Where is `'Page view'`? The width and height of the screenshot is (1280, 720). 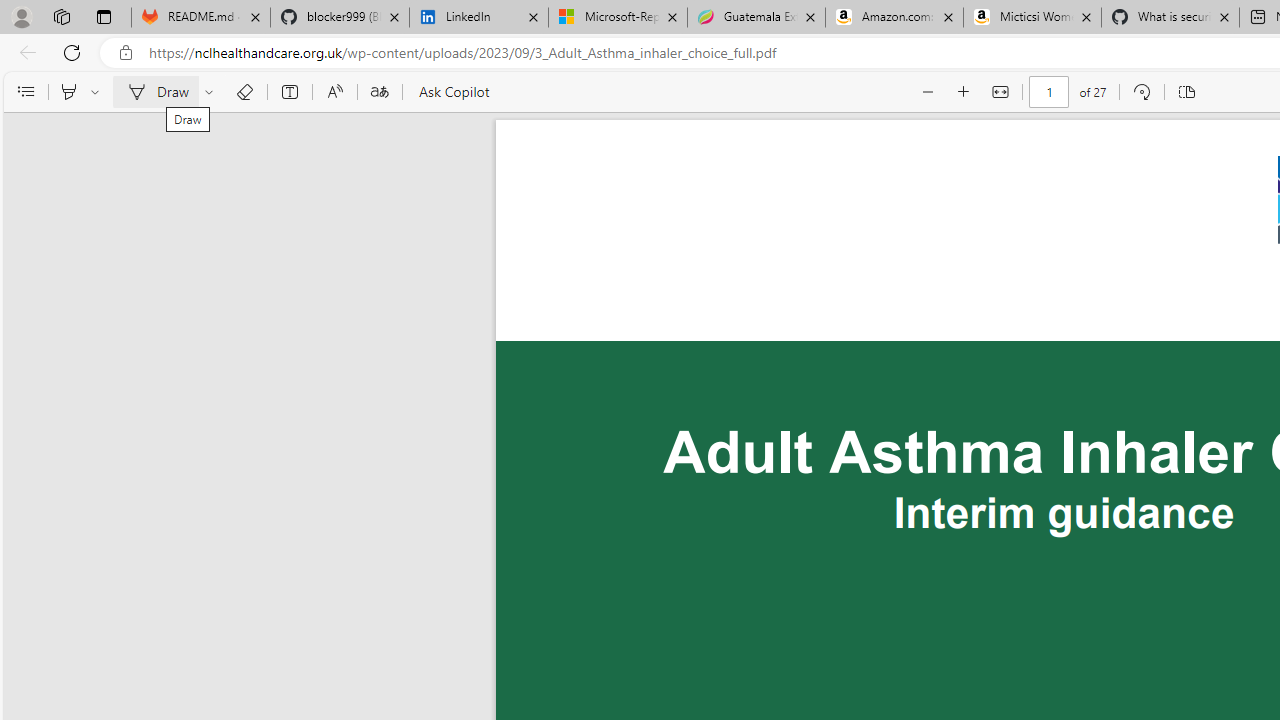 'Page view' is located at coordinates (1185, 92).